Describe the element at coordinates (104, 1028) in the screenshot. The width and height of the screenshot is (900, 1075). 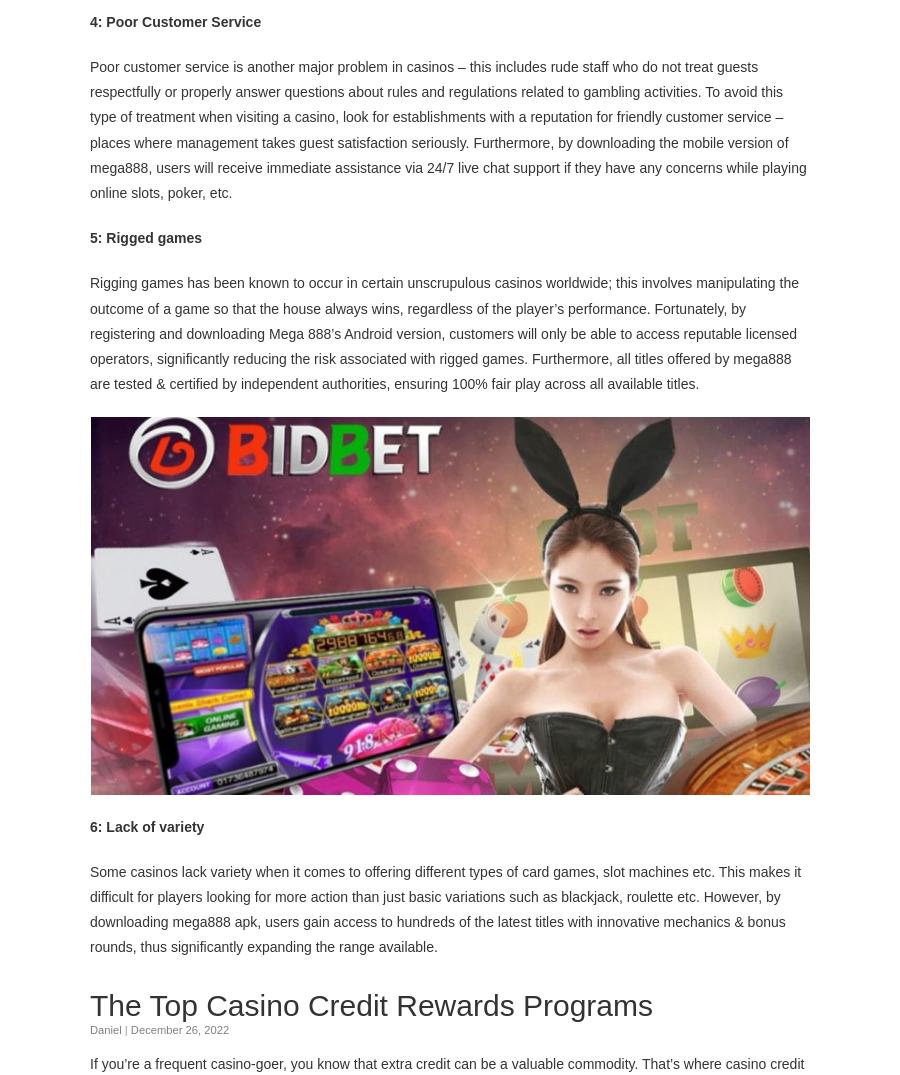
I see `'Daniel'` at that location.